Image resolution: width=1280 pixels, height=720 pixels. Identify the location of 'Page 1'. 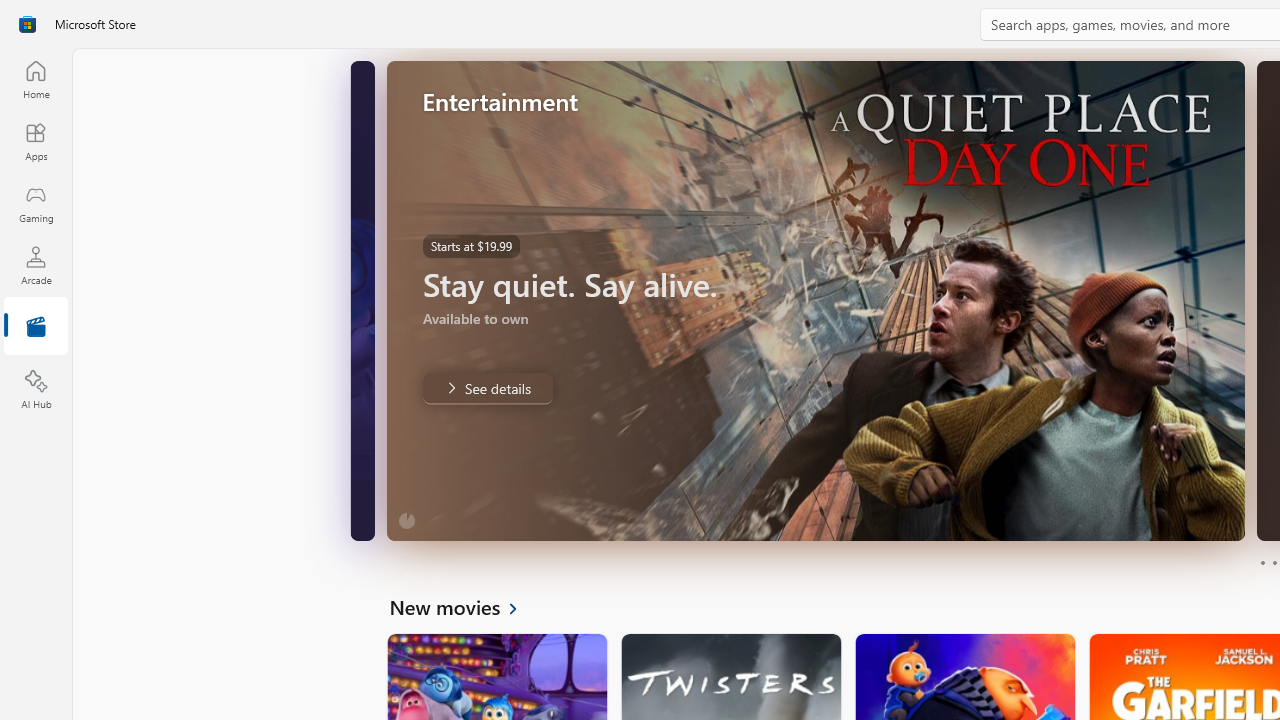
(1261, 563).